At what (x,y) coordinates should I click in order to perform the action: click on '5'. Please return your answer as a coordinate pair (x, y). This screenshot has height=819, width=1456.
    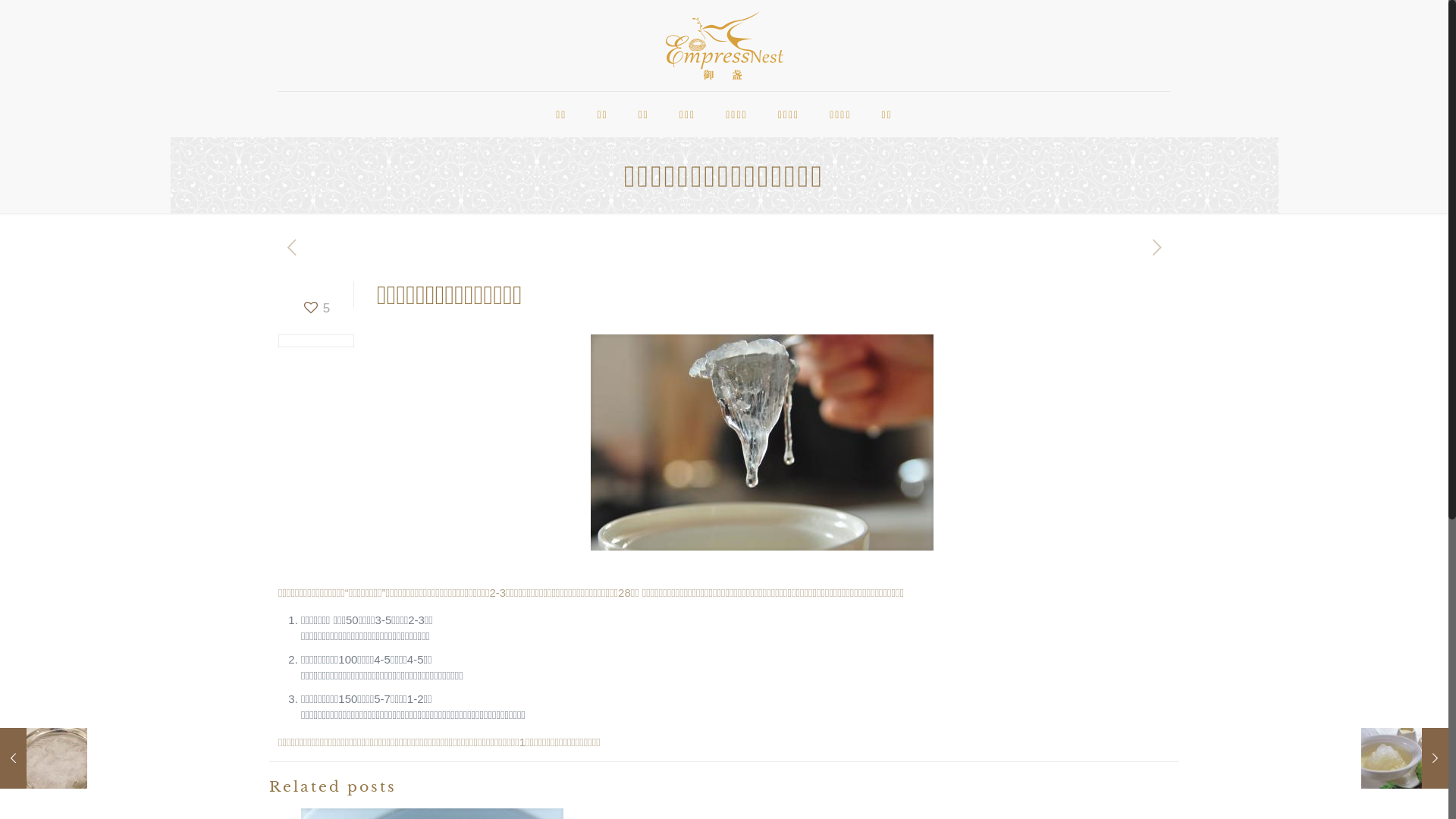
    Looking at the image, I should click on (302, 307).